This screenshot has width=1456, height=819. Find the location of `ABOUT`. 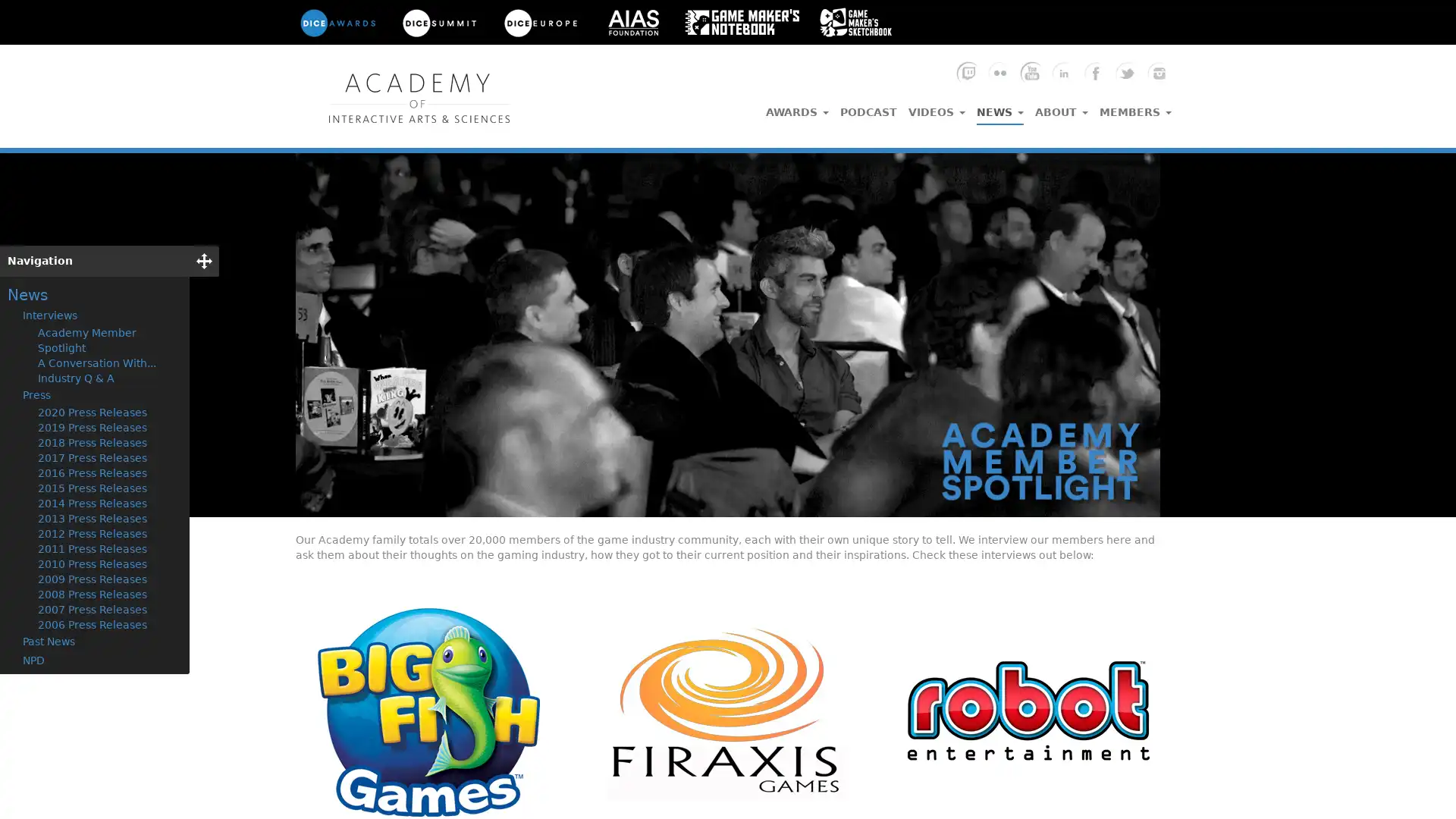

ABOUT is located at coordinates (1061, 107).